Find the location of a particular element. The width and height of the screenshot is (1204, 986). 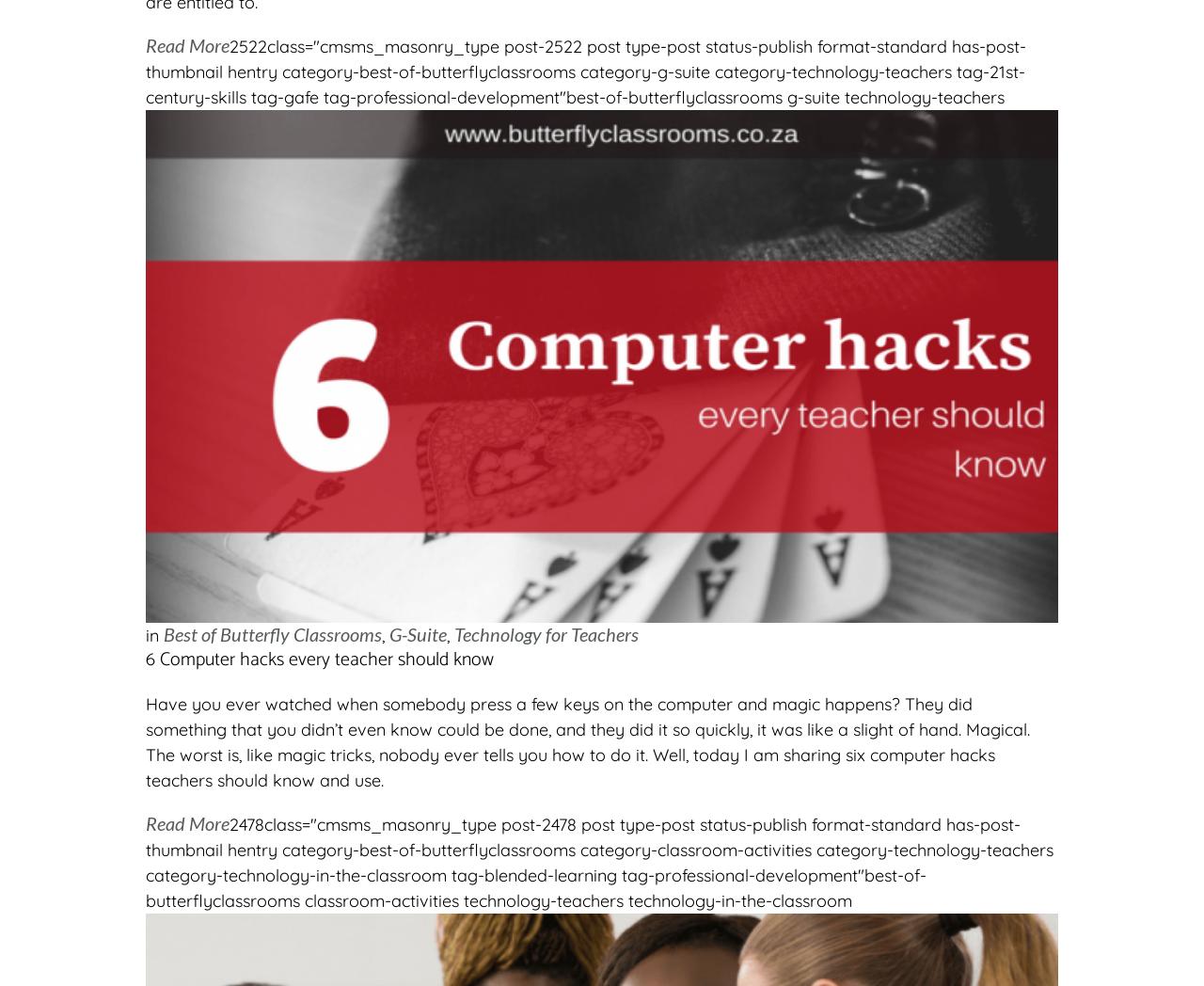

'Have you ever watched when somebody press a few keys on the computer and magic happens? They did something that you didn’t even know could be done, and they did it so quickly, it was like a slight of hand. Magical. The worst is, like magic tricks, nobody ever tells you how to do it. Well, today I am sharing six computer hacks teachers should know and use.' is located at coordinates (587, 741).